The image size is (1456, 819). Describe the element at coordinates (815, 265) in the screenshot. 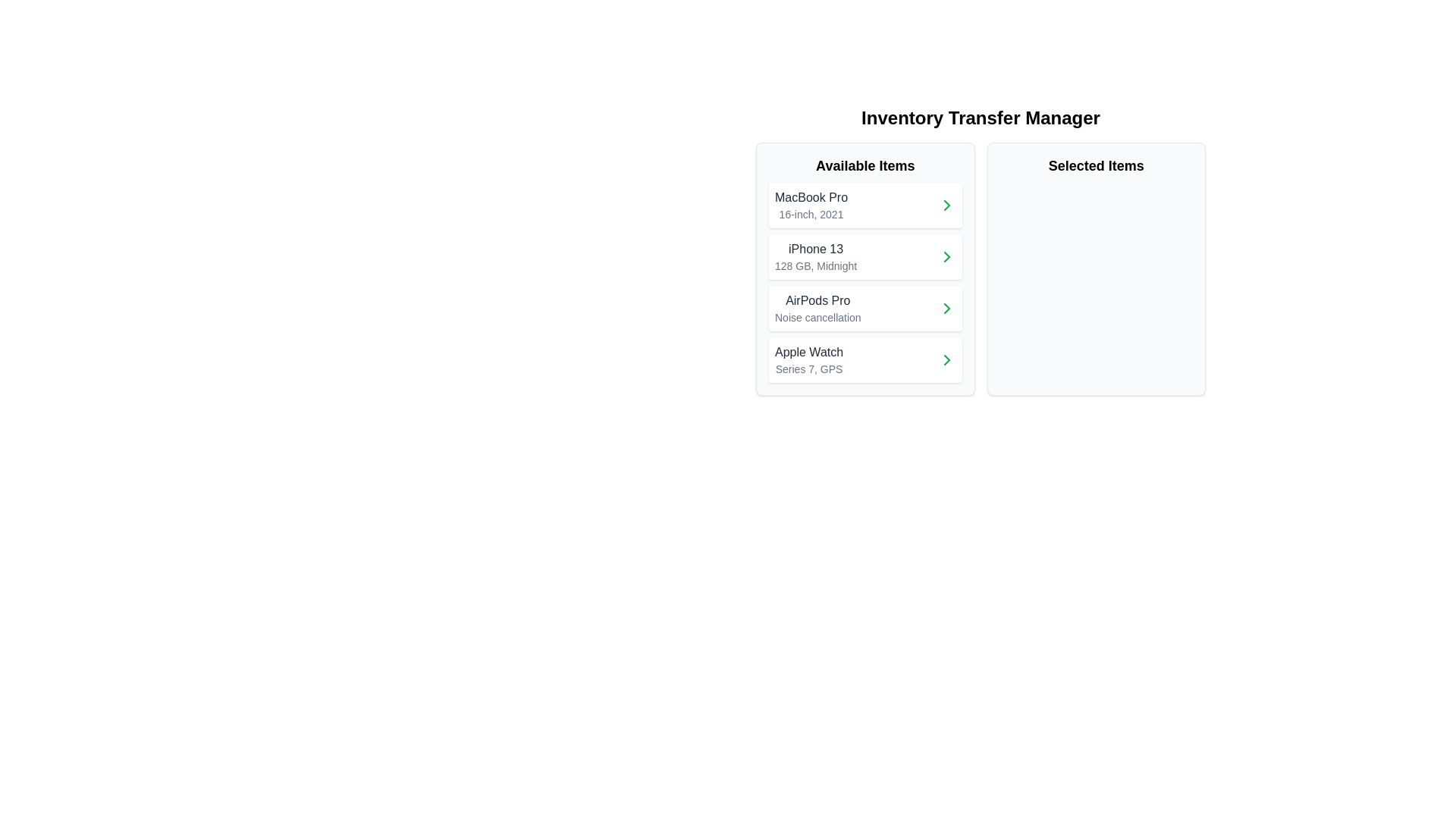

I see `the text label displaying '128 GB, Midnight', which is styled in gray and positioned directly below 'iPhone 13' in the 'Available Items' section` at that location.